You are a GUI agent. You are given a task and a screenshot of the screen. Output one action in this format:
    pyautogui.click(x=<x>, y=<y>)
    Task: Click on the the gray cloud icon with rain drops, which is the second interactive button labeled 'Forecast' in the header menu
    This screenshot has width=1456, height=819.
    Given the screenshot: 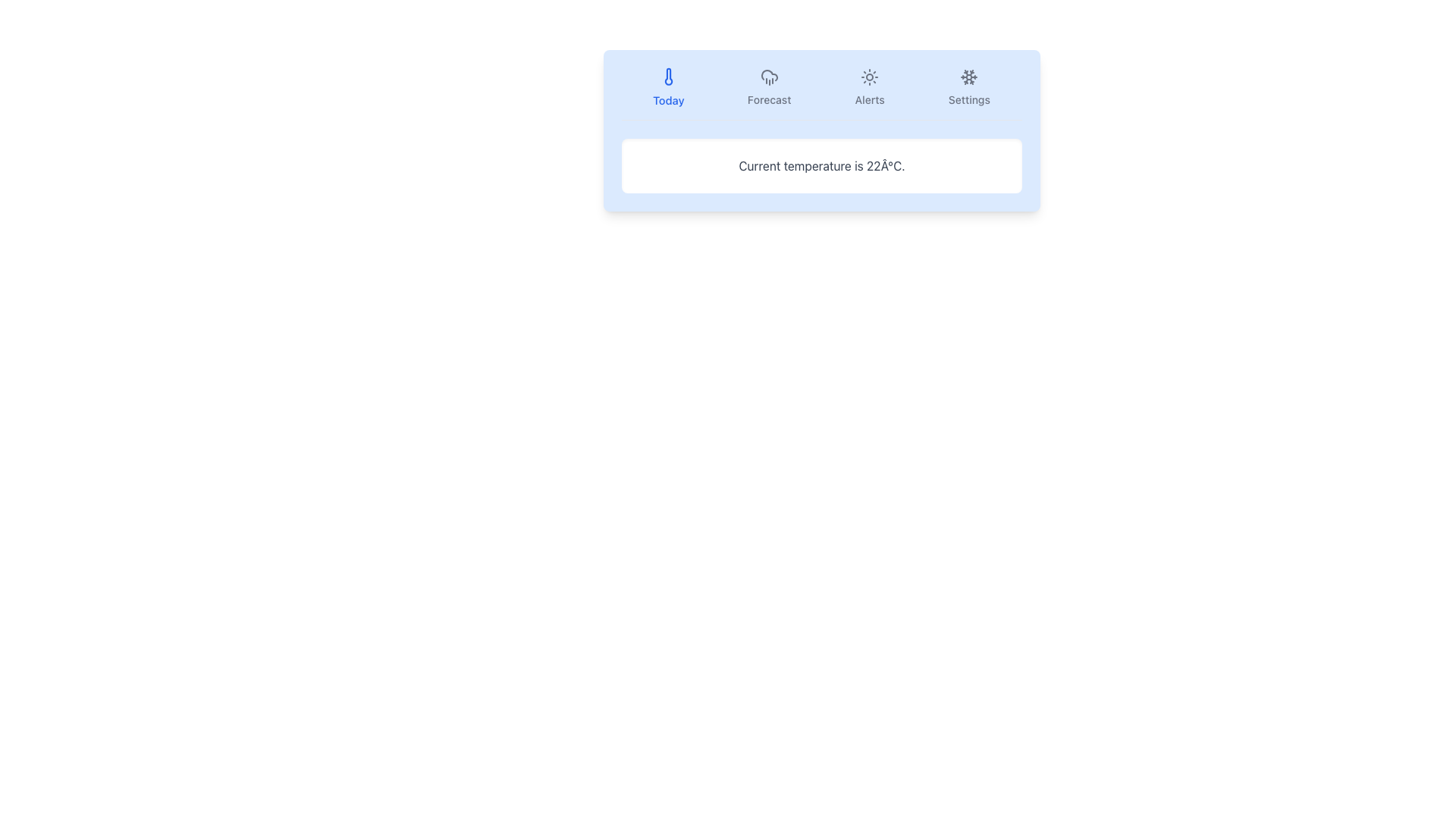 What is the action you would take?
    pyautogui.click(x=769, y=77)
    